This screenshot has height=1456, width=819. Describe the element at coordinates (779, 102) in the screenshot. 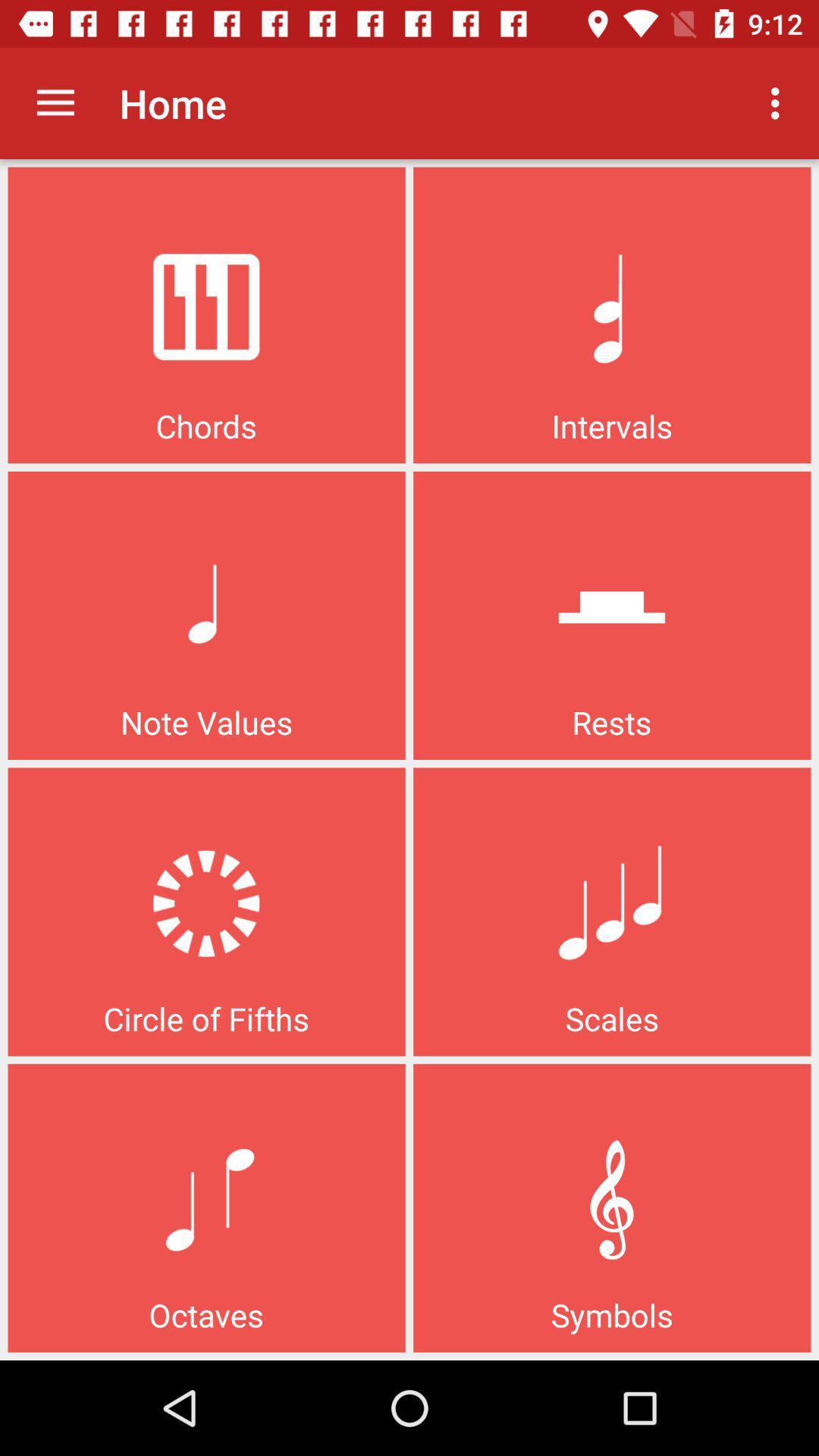

I see `the item to the right of the home app` at that location.